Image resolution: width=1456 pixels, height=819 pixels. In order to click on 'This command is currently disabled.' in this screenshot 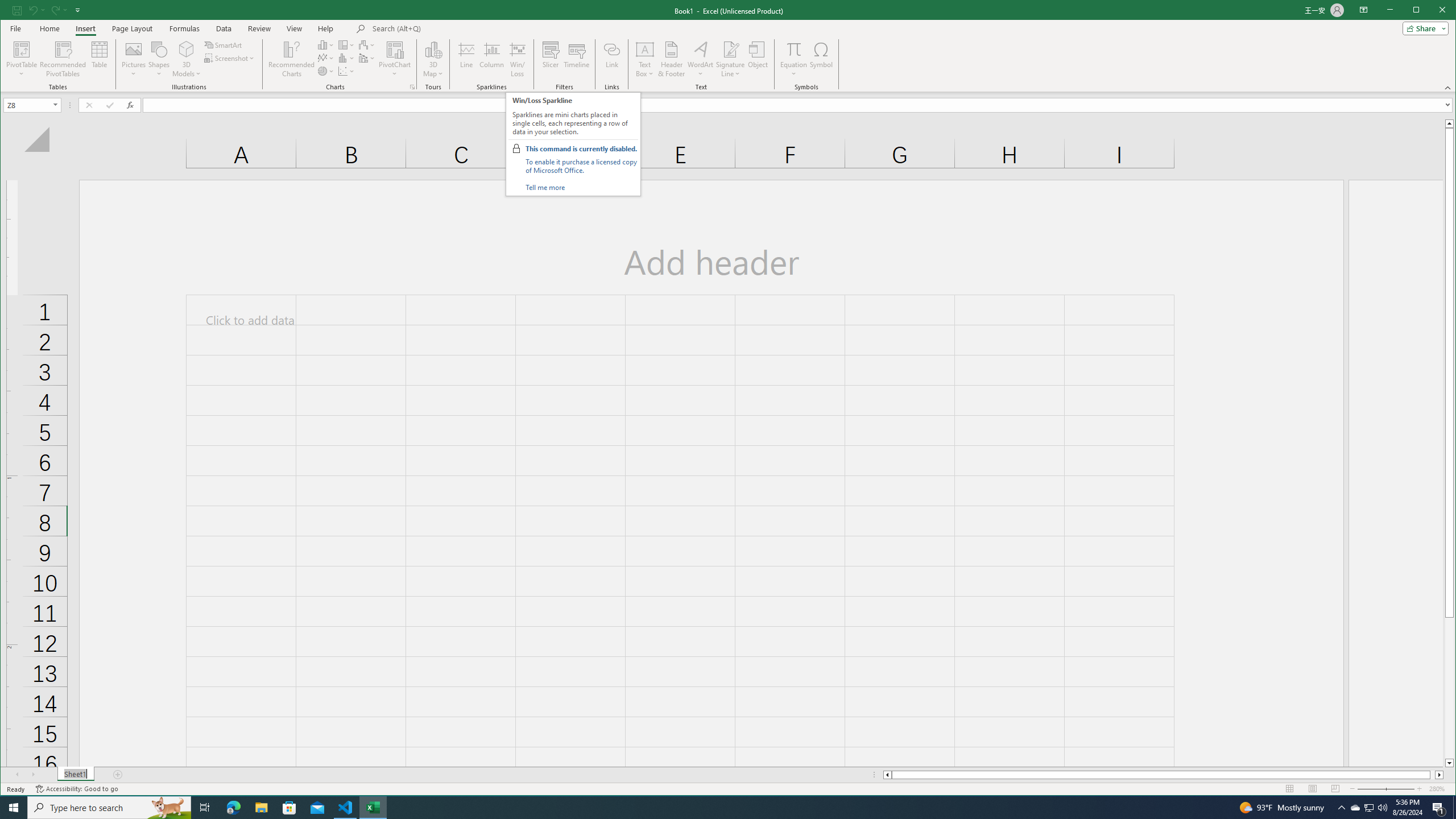, I will do `click(580, 148)`.